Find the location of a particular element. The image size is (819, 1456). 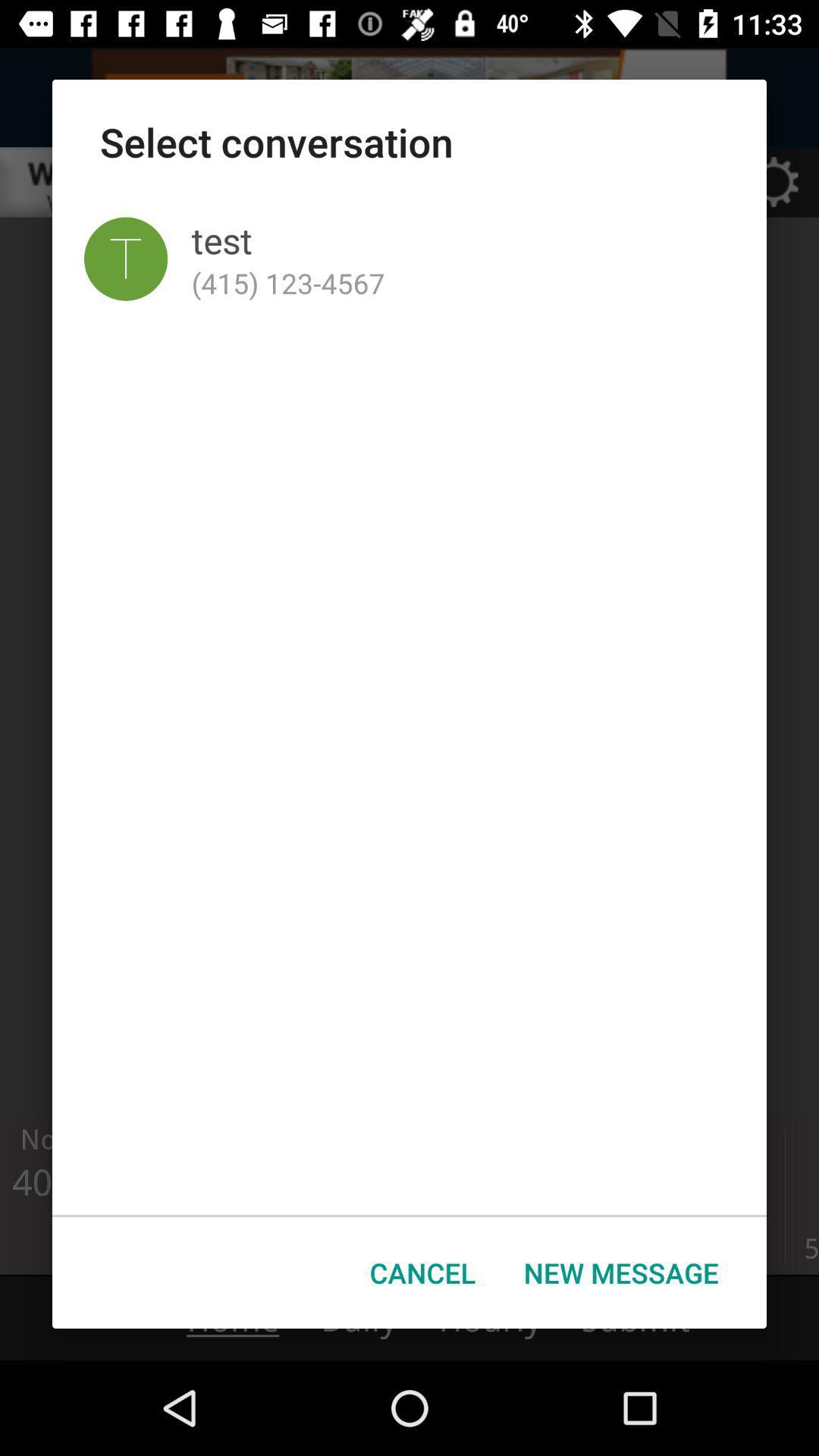

button next to the new message is located at coordinates (422, 1272).